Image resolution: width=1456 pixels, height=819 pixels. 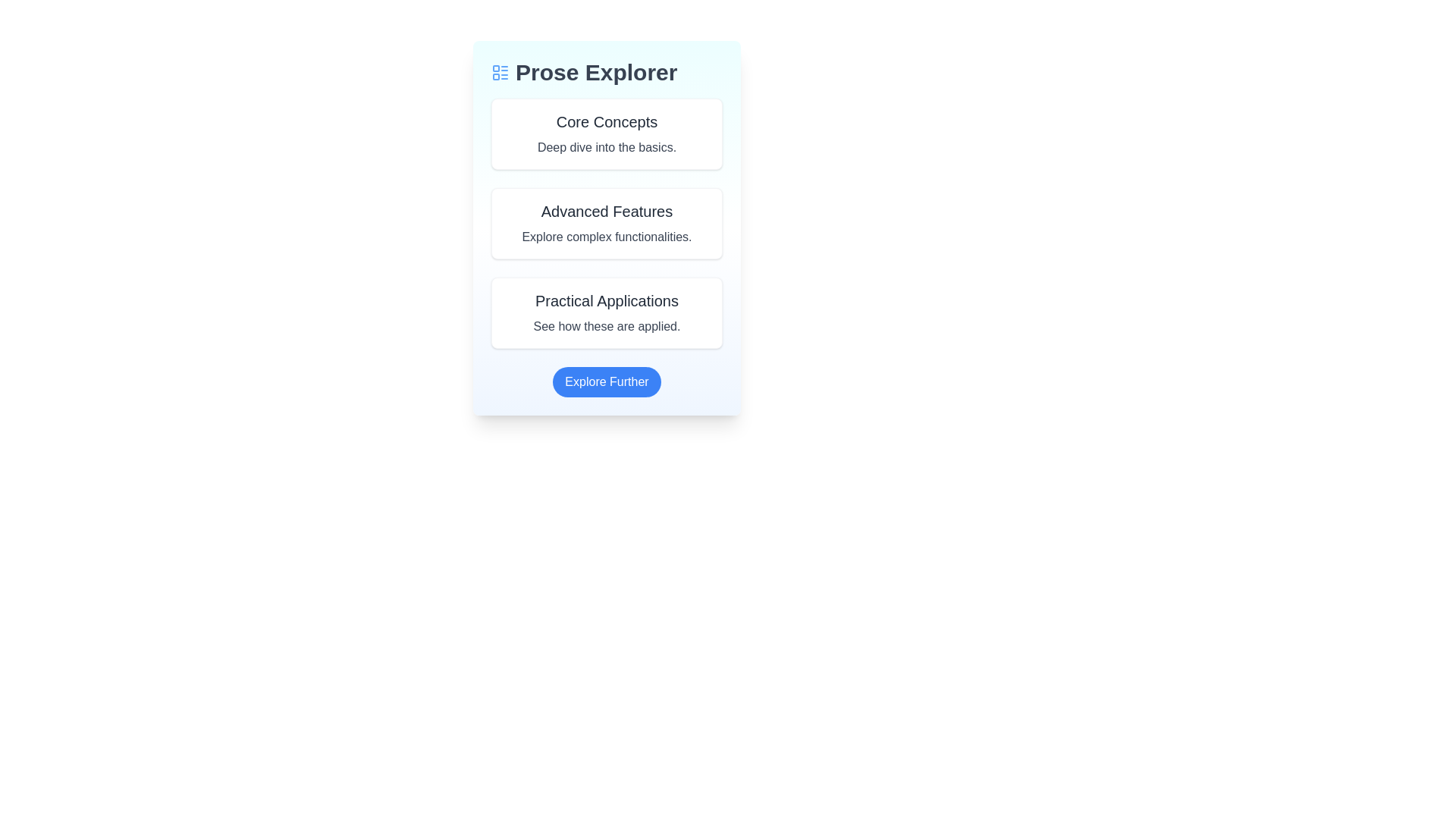 I want to click on the title text element that serves as the heading for its respective card, positioned at the top of the vertically organized set of cards, so click(x=607, y=121).